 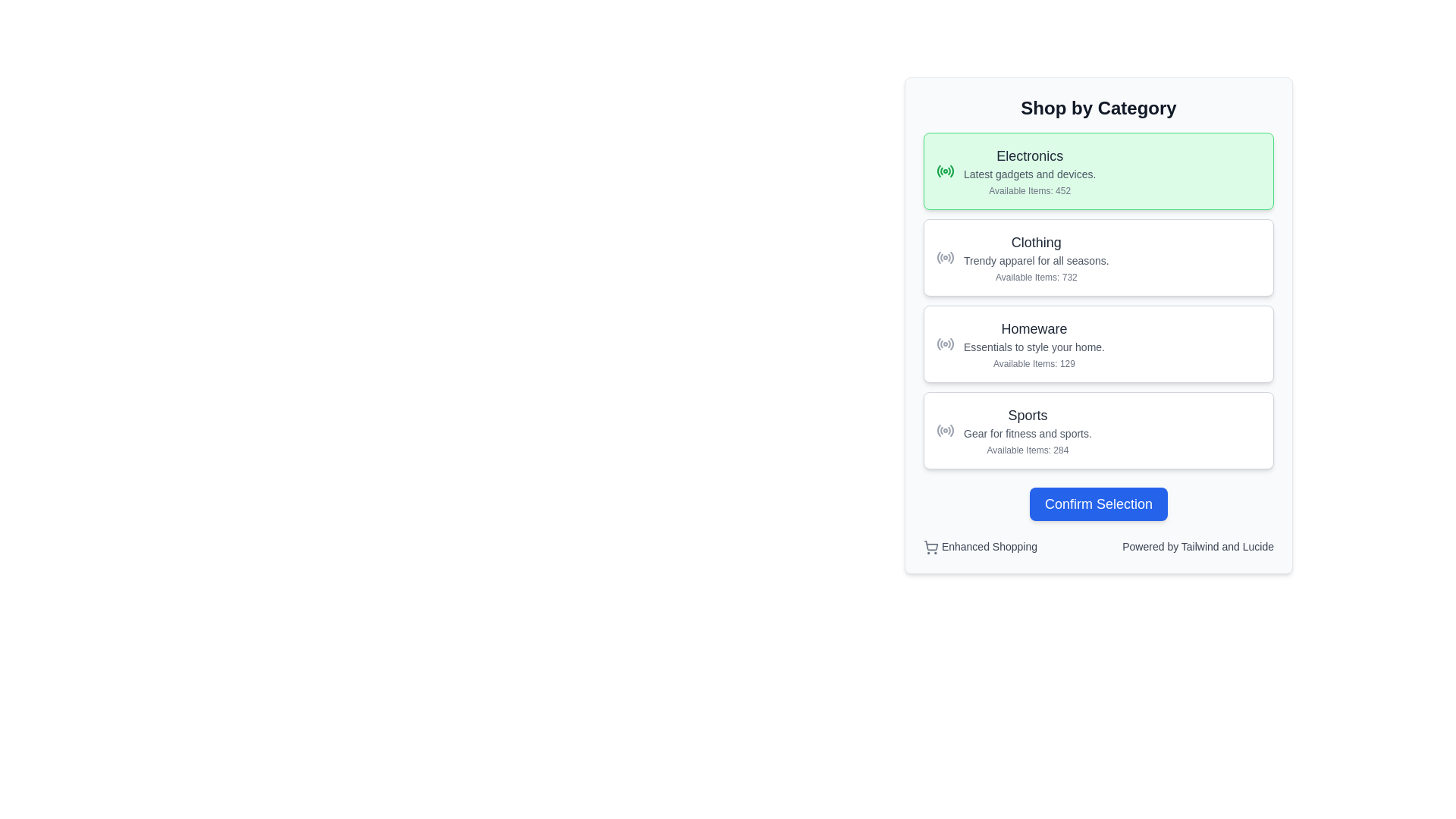 What do you see at coordinates (945, 344) in the screenshot?
I see `the 'Homeware' category icon located in the third item from the top in the vertical list of selectable categories` at bounding box center [945, 344].